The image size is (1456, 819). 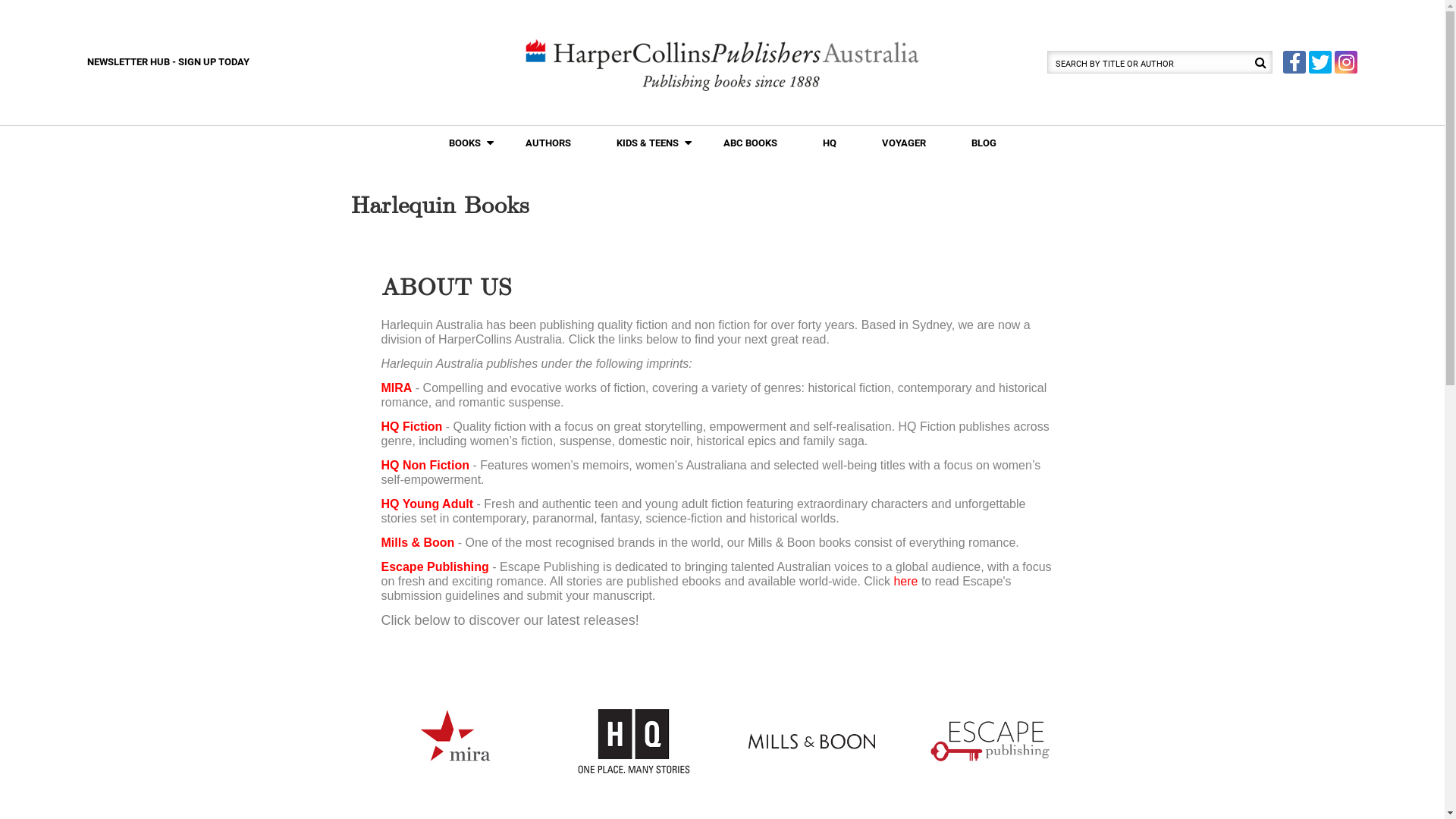 What do you see at coordinates (453, 740) in the screenshot?
I see `'mira'` at bounding box center [453, 740].